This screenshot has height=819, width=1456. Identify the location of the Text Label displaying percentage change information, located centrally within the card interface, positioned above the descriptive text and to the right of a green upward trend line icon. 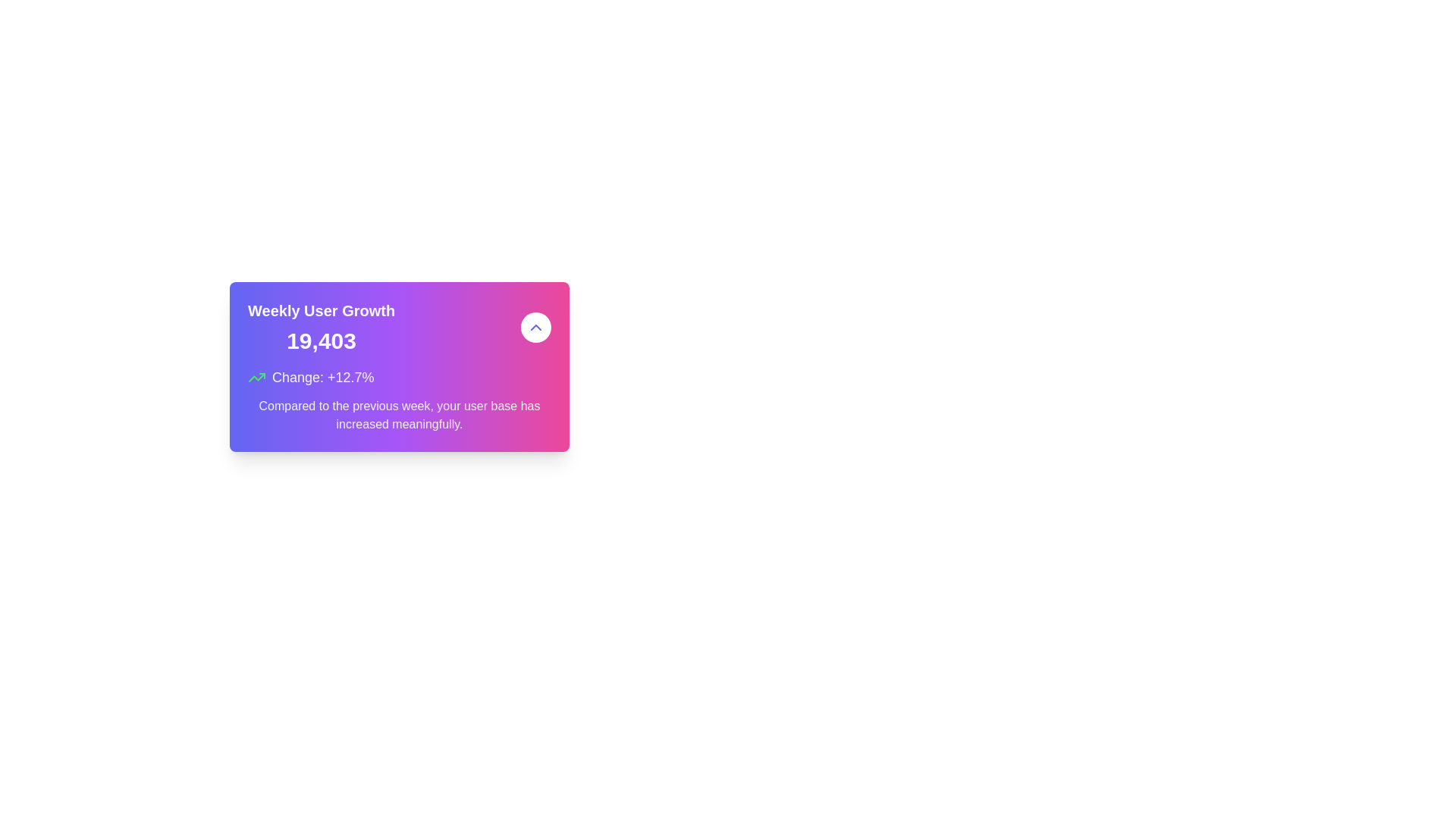
(322, 376).